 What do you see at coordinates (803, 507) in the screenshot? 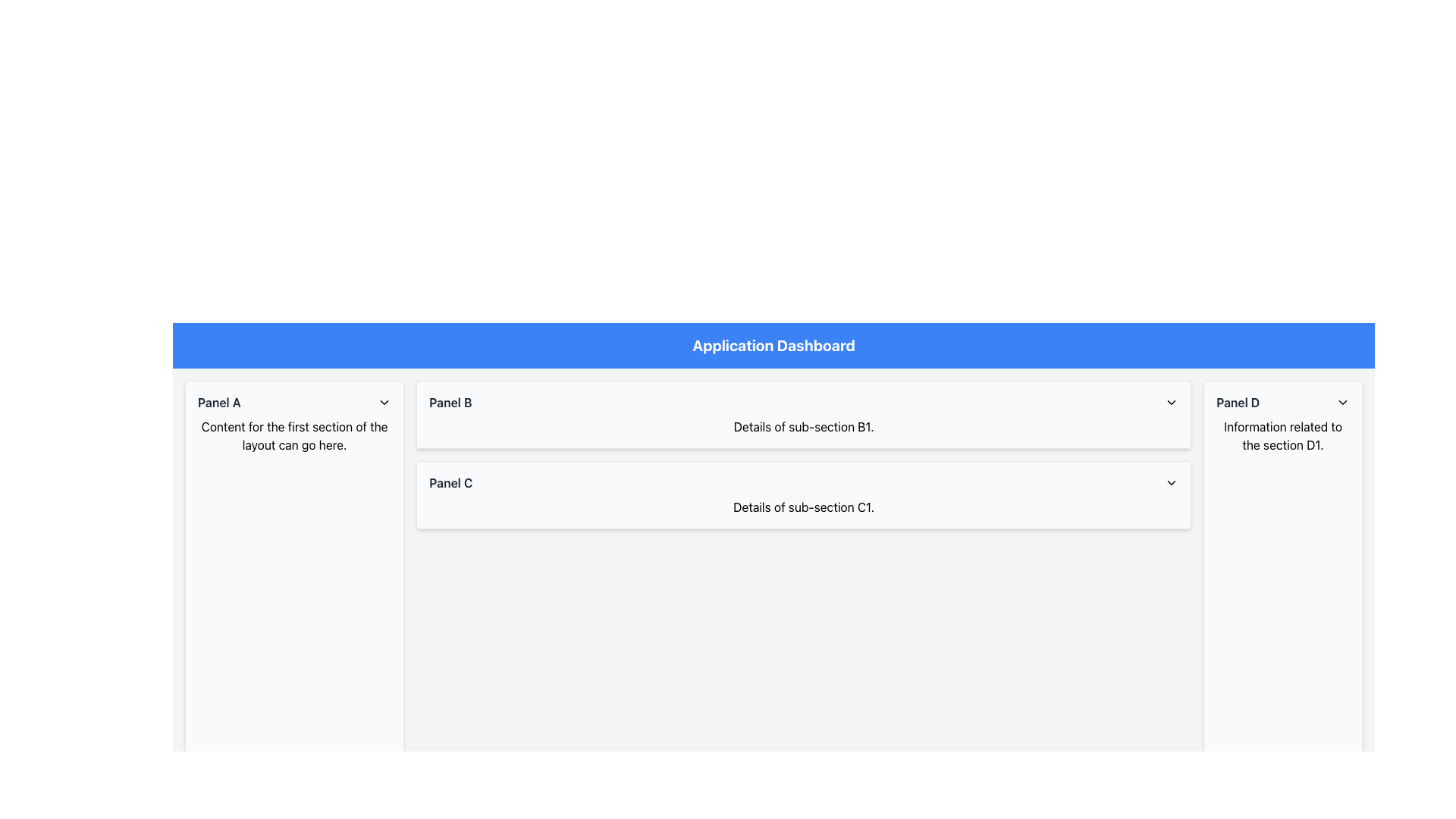
I see `text label that displays 'Details of sub-section C1.' which is positioned below the 'Panel C' heading` at bounding box center [803, 507].